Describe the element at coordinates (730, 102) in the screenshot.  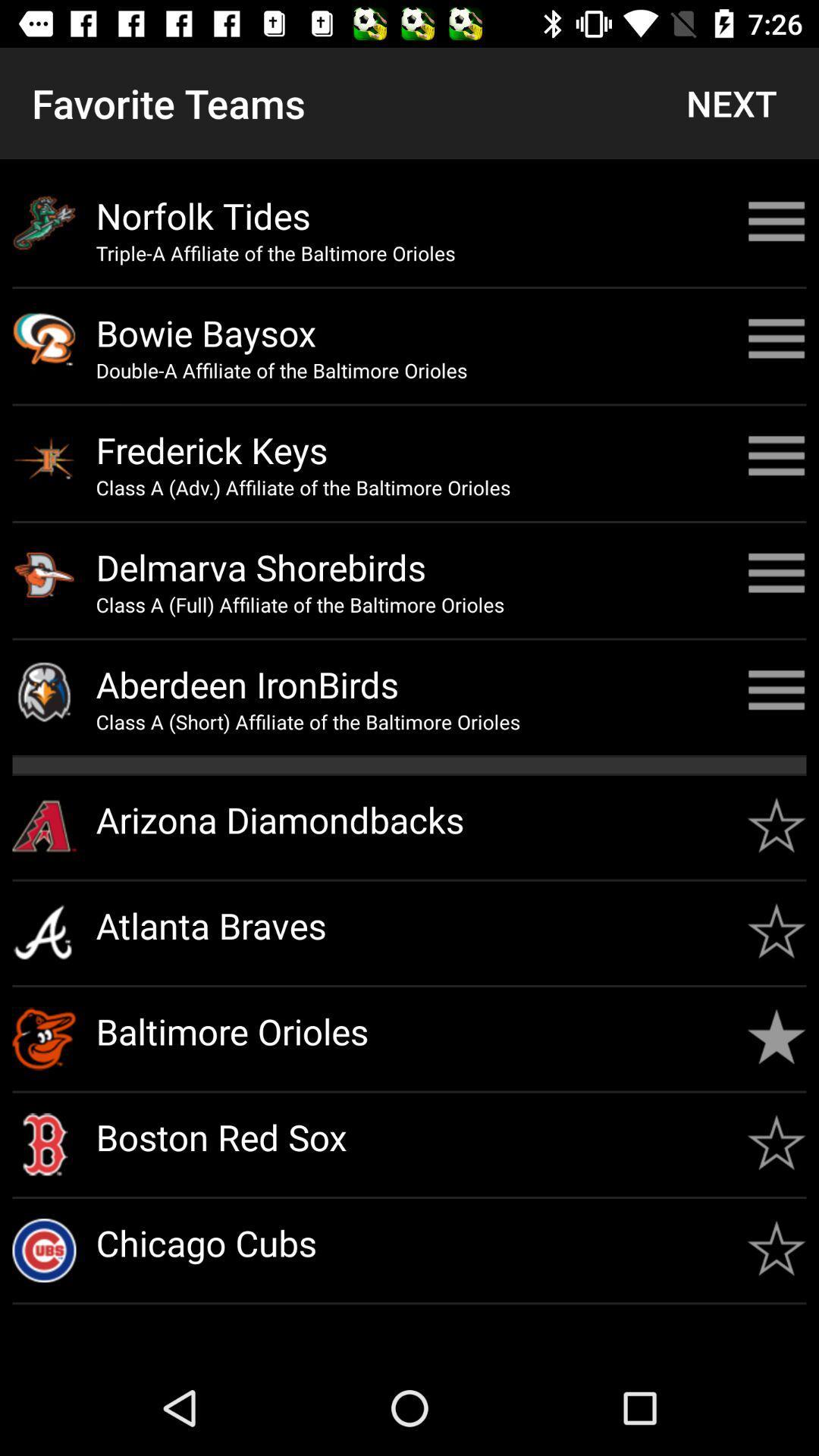
I see `the next item` at that location.